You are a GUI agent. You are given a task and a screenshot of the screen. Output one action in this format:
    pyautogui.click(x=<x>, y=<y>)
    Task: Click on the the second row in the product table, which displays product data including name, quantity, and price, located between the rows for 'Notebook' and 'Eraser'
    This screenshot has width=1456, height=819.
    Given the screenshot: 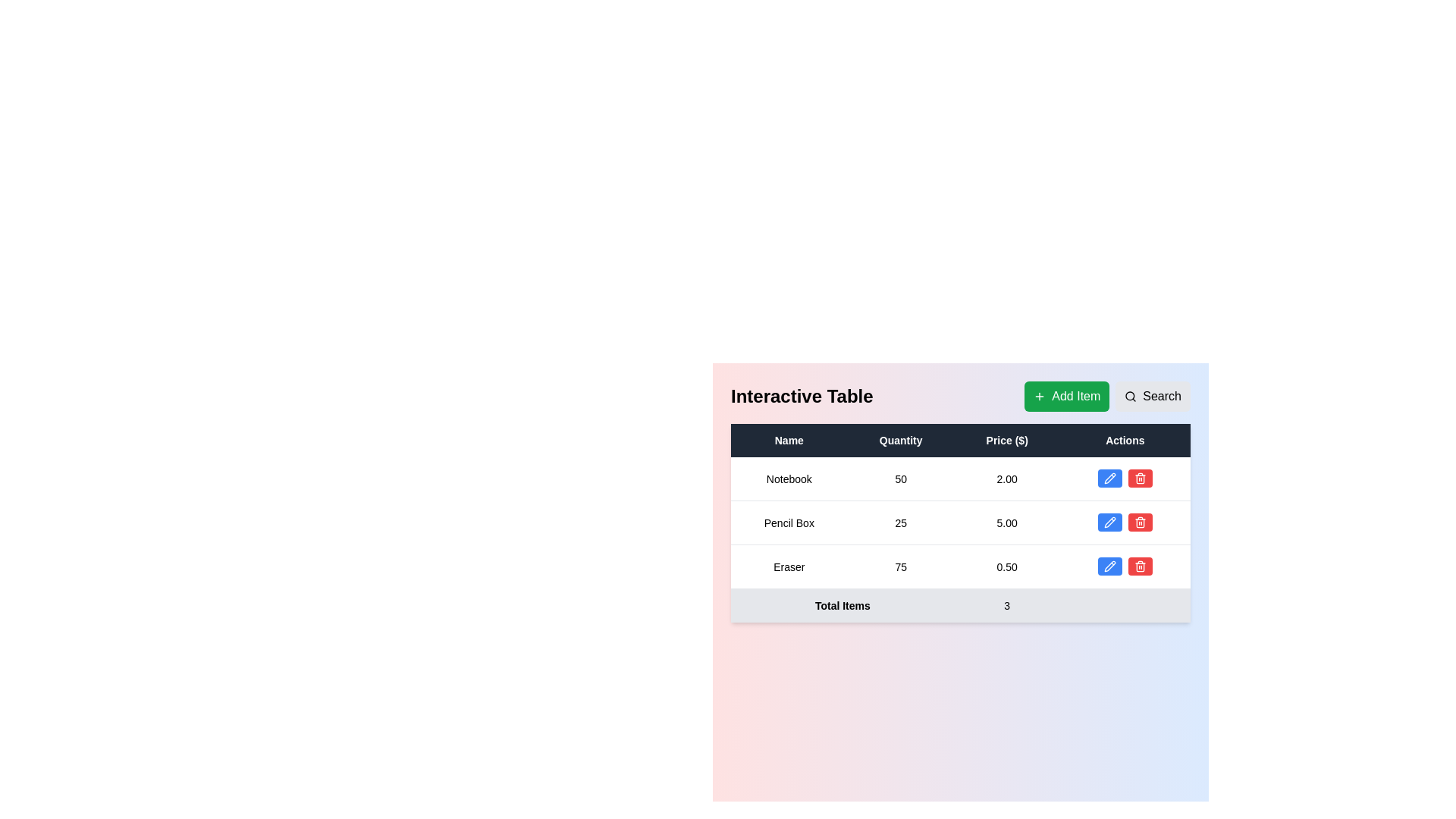 What is the action you would take?
    pyautogui.click(x=960, y=522)
    